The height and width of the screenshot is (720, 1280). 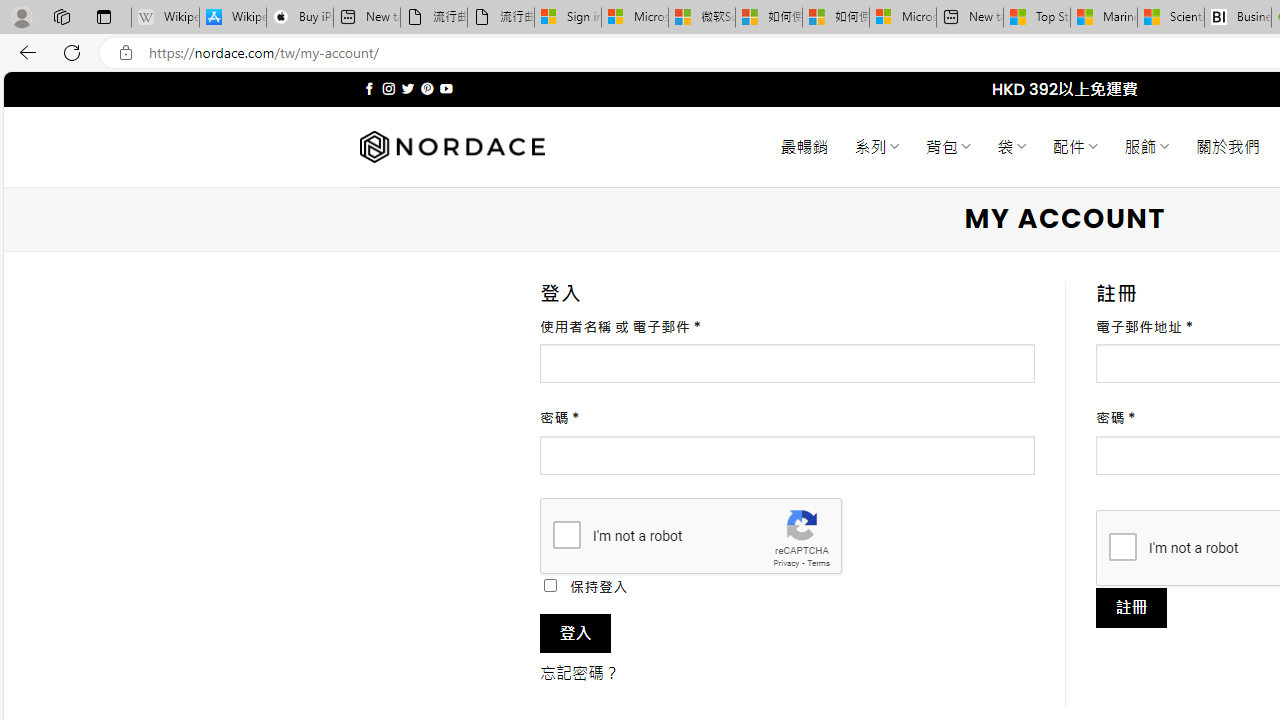 I want to click on 'Follow on Facebook', so click(x=369, y=88).